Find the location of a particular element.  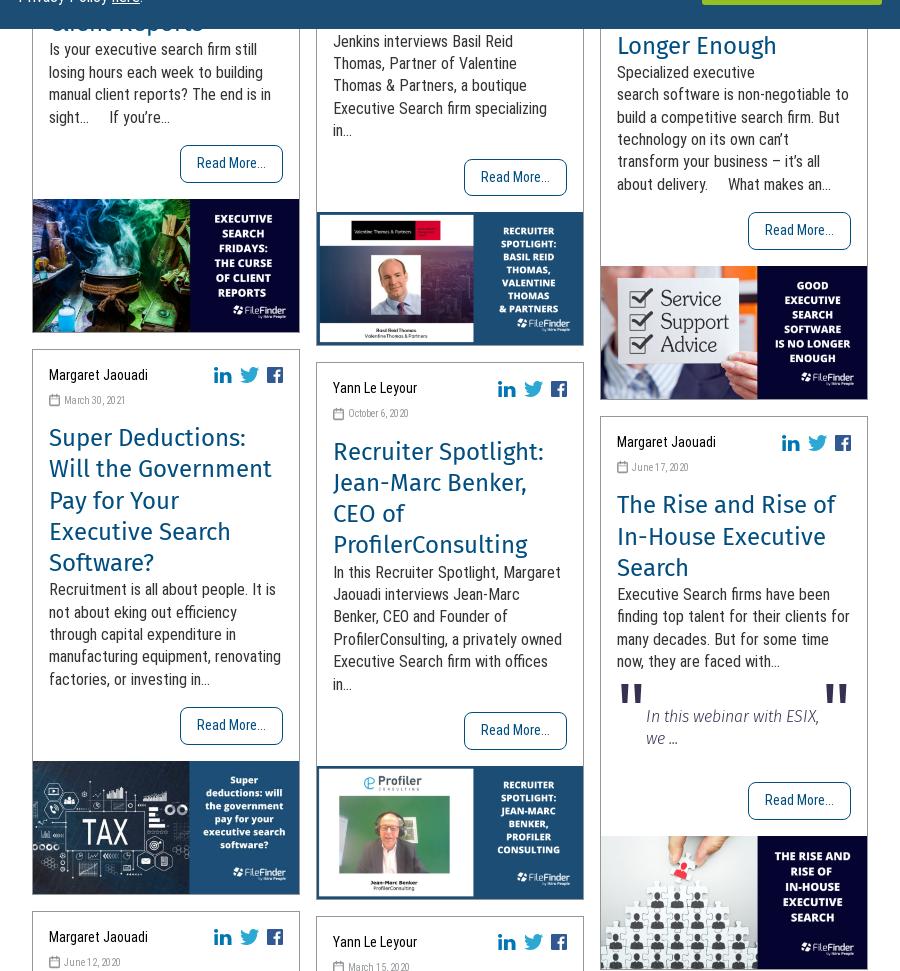

'In this Recruiter Spotlight, Aditi Jenkins interviews Basil Reid Thomas, Partner of Valentine Thomas & Partners, a boutique Executive Search firm specializing in...' is located at coordinates (332, 73).